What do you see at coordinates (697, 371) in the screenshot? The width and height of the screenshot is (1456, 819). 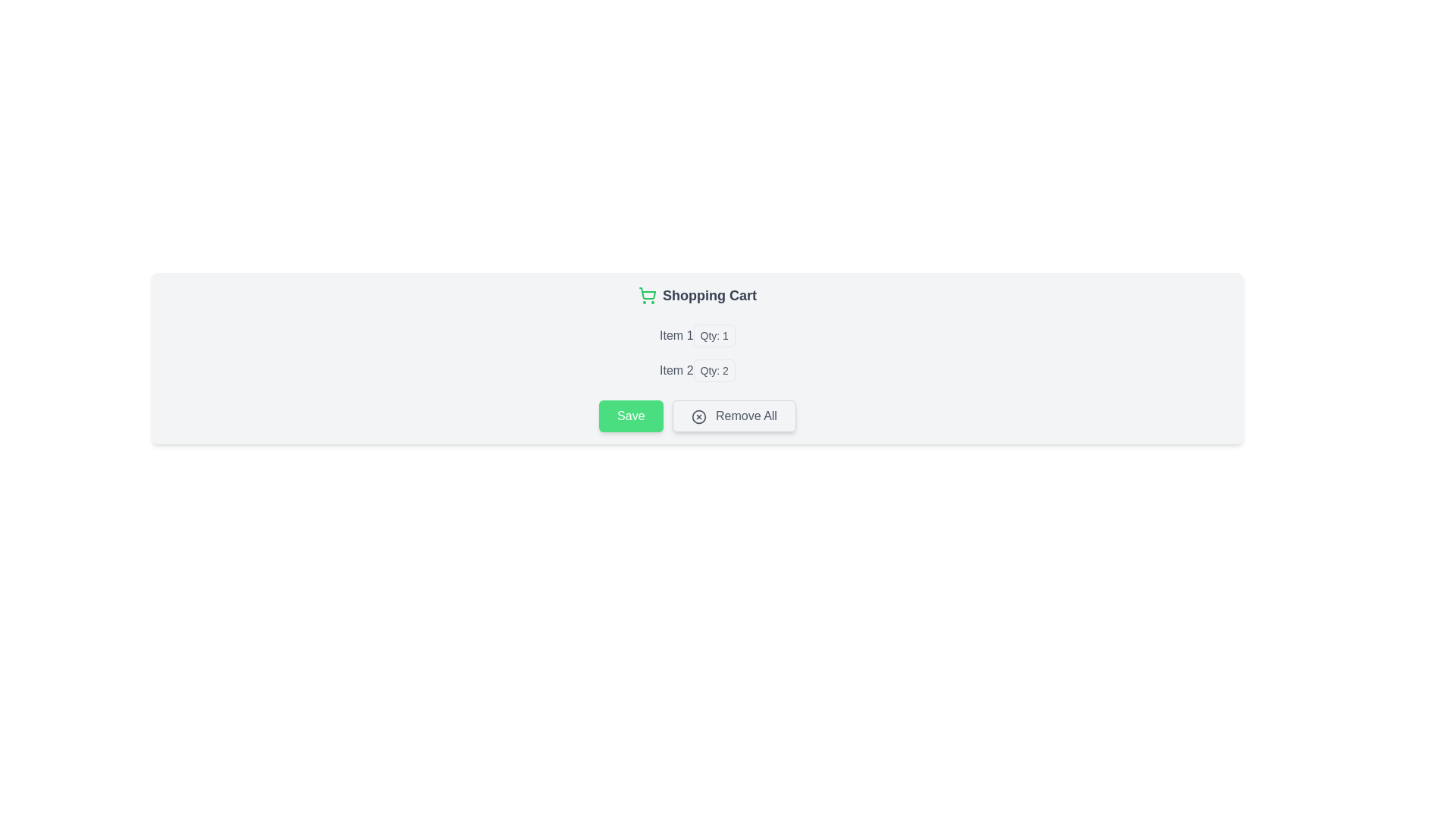 I see `the Text label displaying 'Item 2' and 'Qty: 2', which is located in the middle-right area of the interface under the 'Shopping Cart' section` at bounding box center [697, 371].